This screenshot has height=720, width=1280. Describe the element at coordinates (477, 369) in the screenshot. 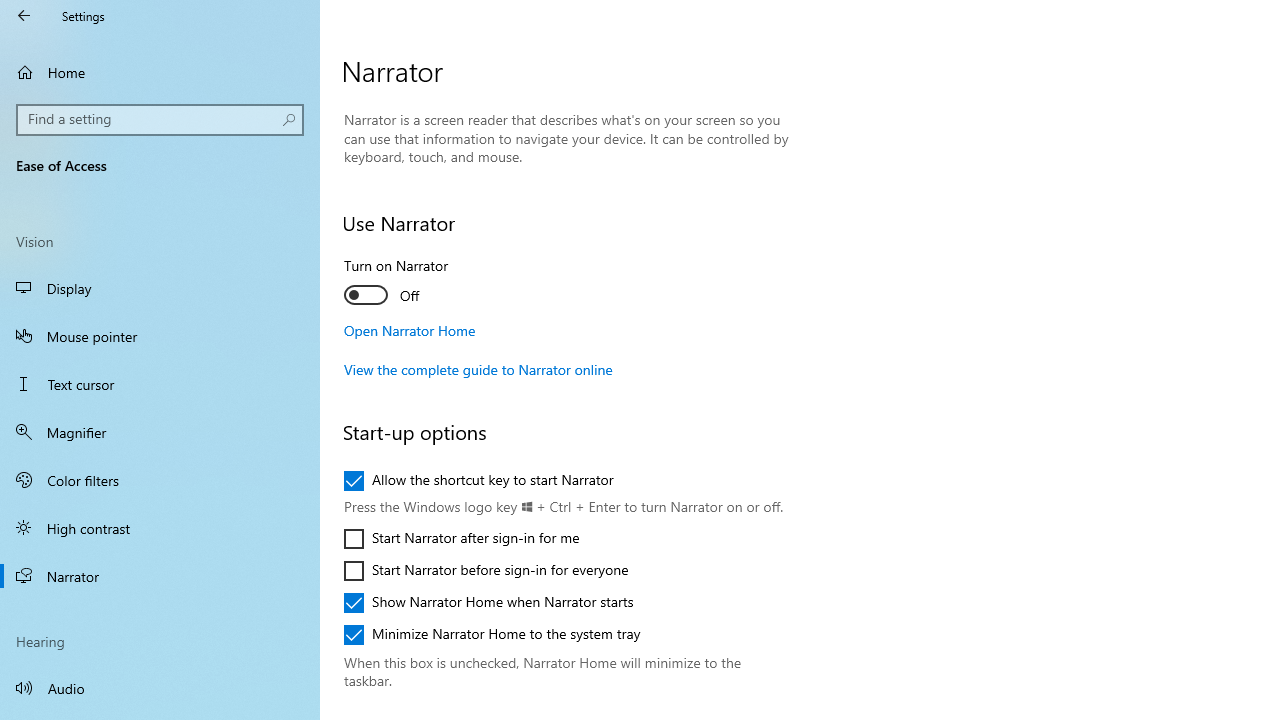

I see `'View the complete guide to Narrator online'` at that location.